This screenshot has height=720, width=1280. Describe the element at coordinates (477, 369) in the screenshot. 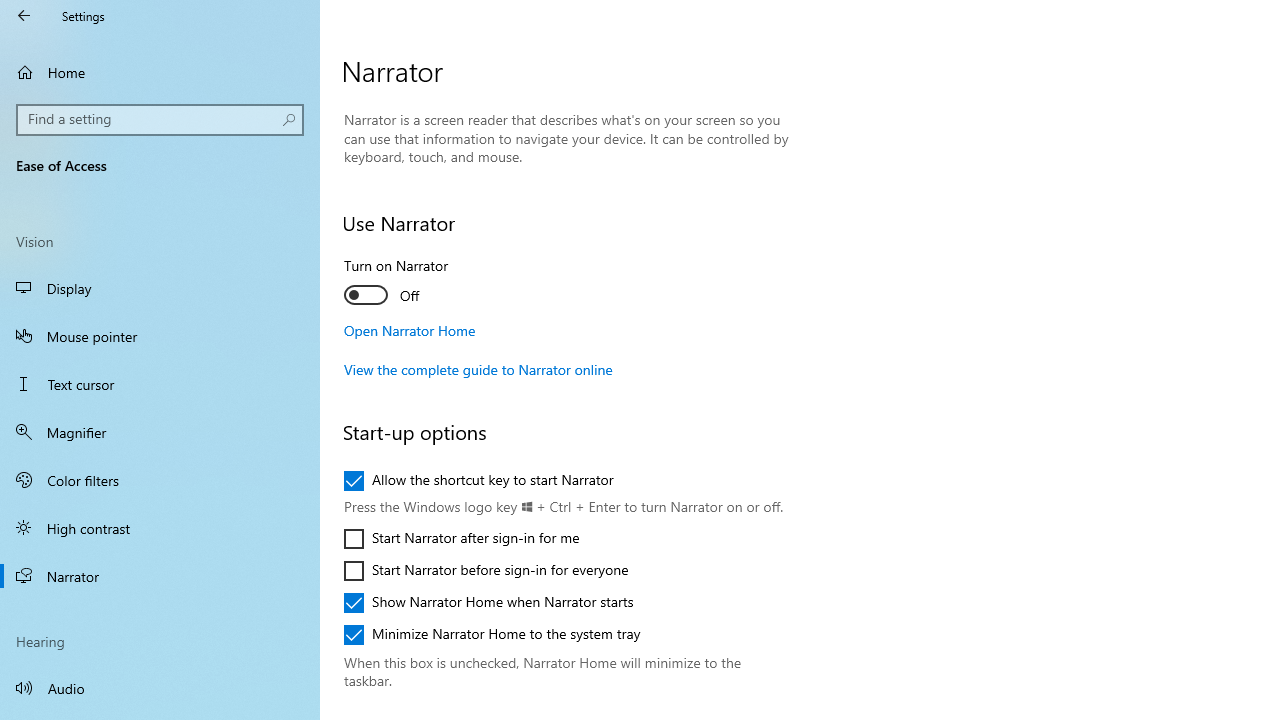

I see `'View the complete guide to Narrator online'` at that location.